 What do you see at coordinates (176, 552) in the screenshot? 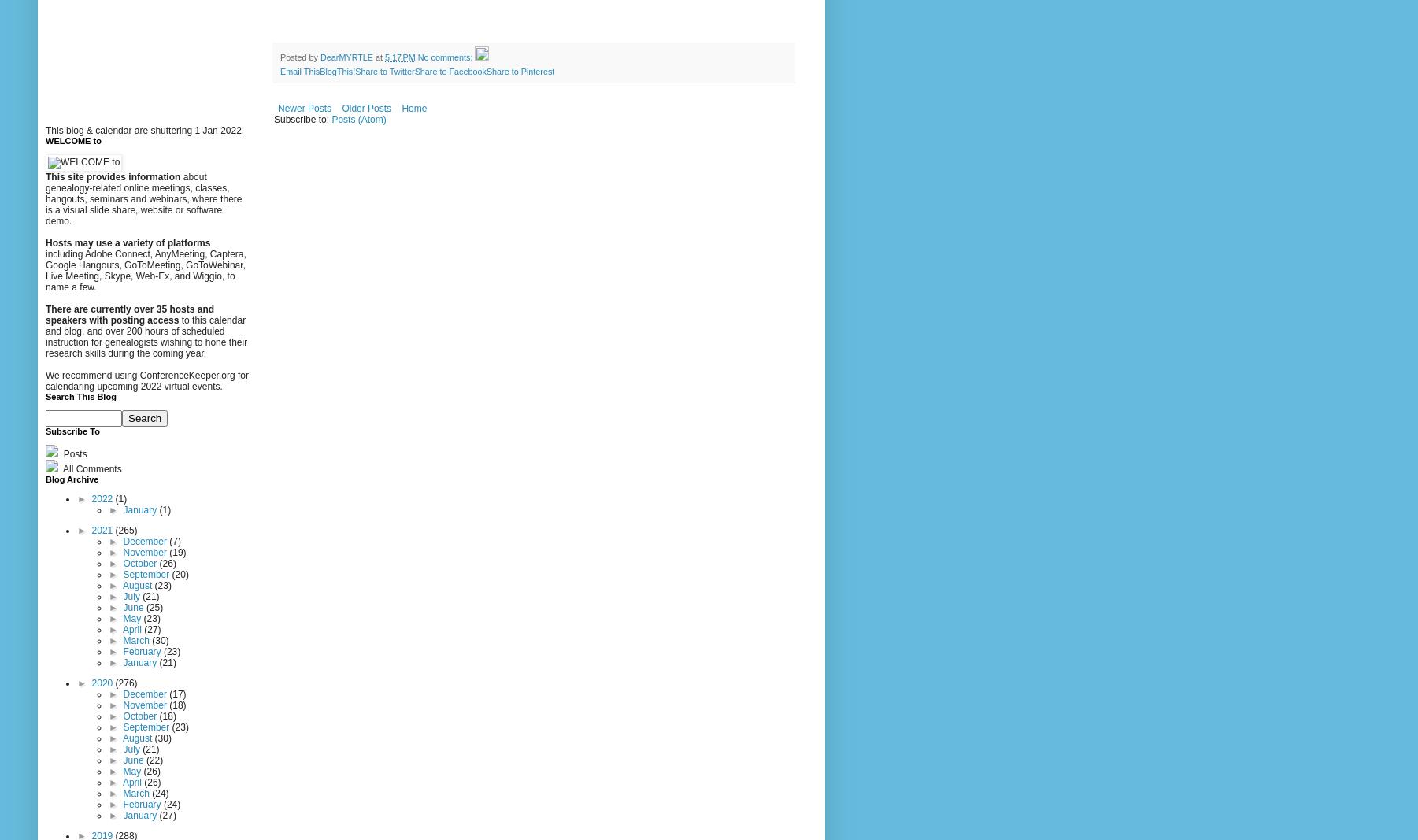
I see `'(19)'` at bounding box center [176, 552].